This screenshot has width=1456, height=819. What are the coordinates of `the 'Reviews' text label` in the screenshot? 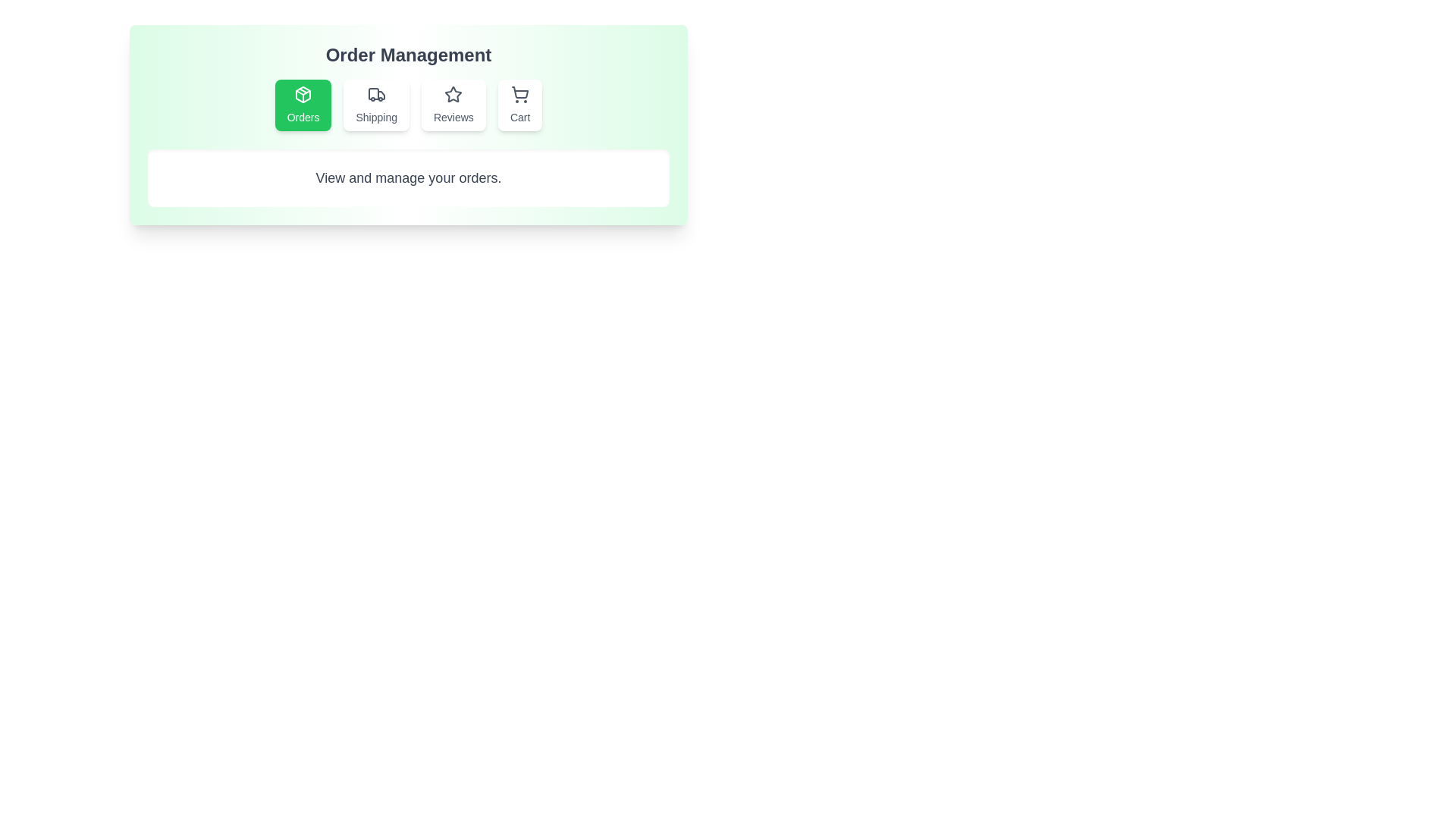 It's located at (453, 116).